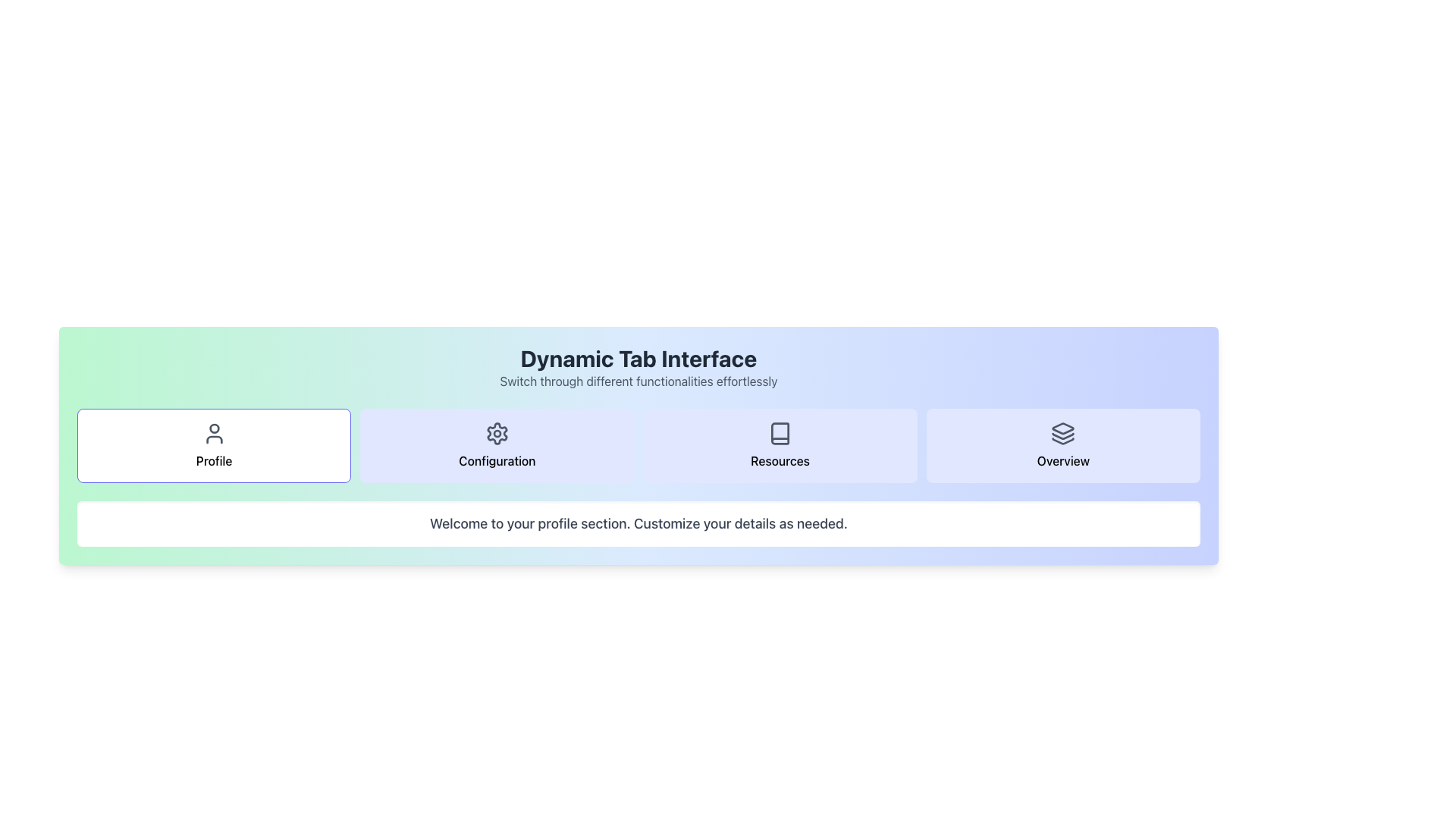  I want to click on the 'Resources' button, which is a rectangular button with rounded corners, light indigo background, featuring a book icon above the text, so click(780, 444).